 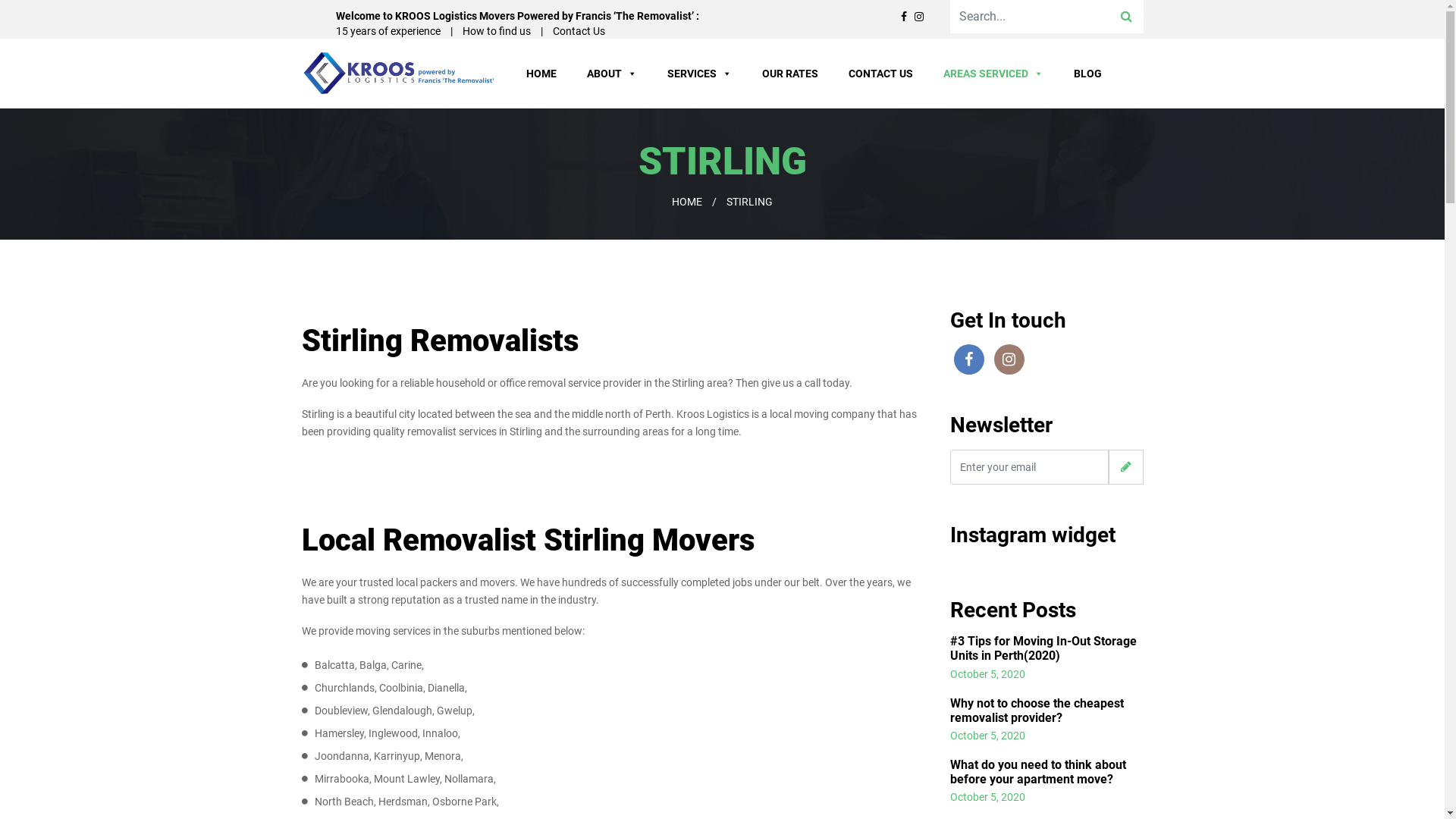 I want to click on 'ABOUT', so click(x=578, y=73).